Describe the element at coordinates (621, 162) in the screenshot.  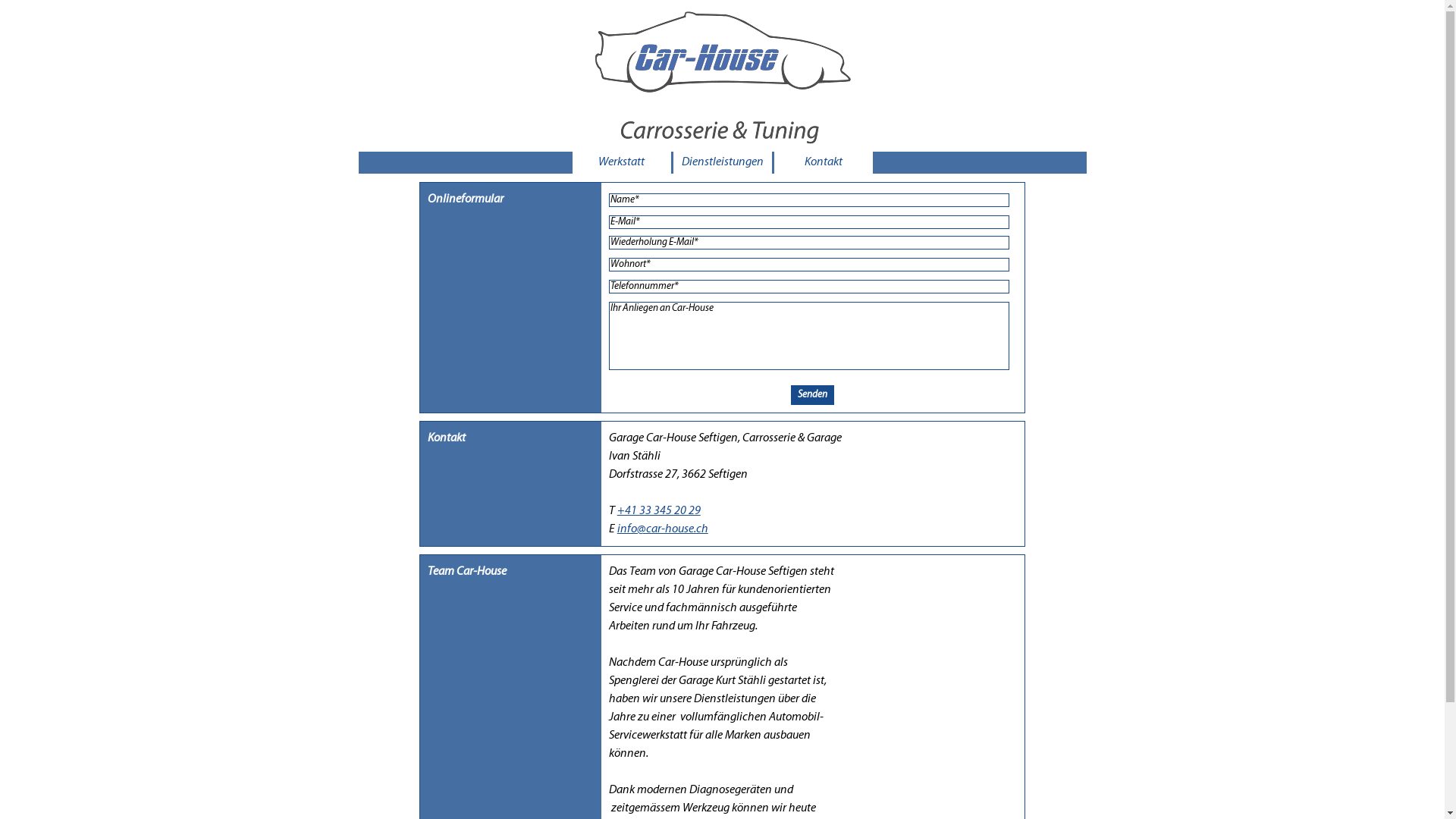
I see `'Werkstatt'` at that location.